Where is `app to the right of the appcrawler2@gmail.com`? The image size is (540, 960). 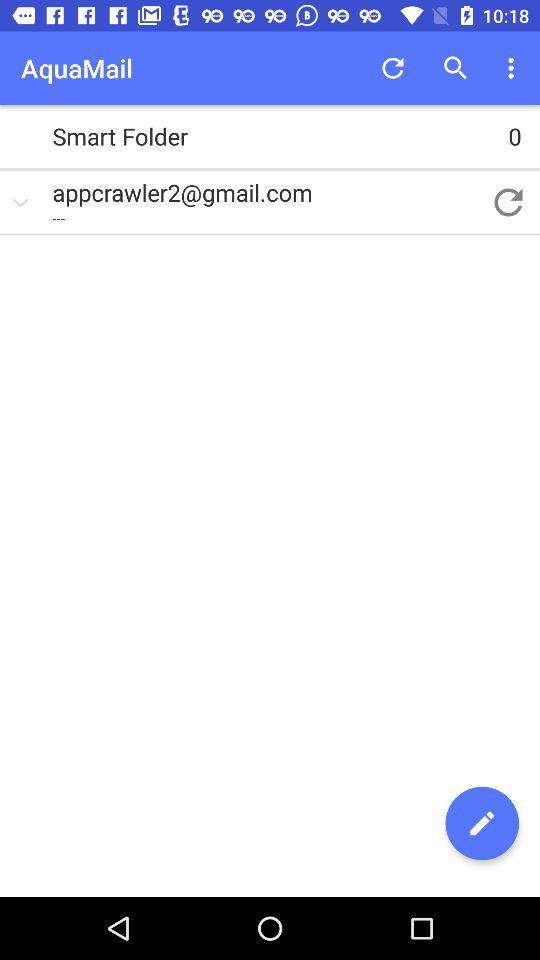 app to the right of the appcrawler2@gmail.com is located at coordinates (508, 202).